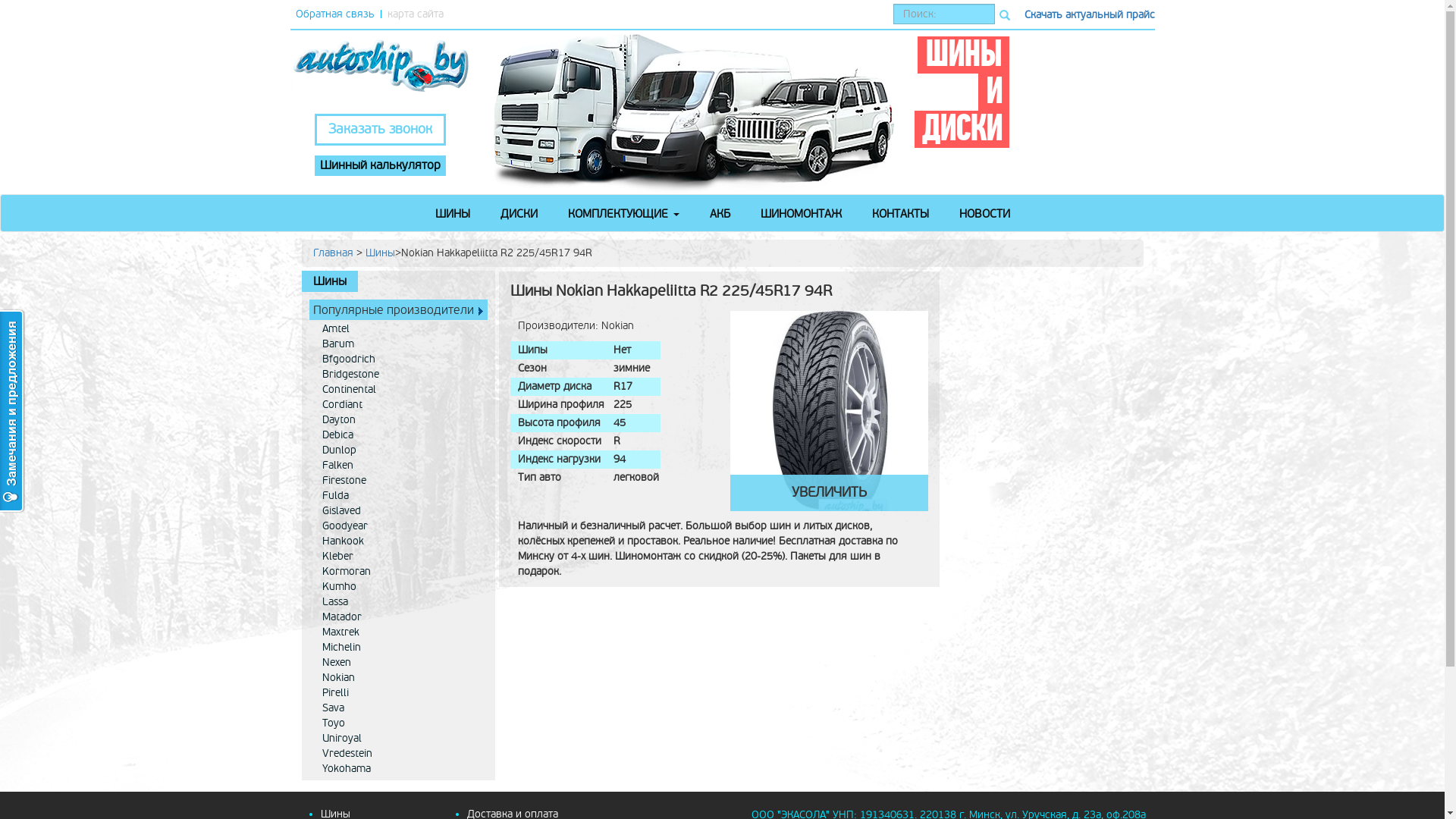 The image size is (1456, 819). I want to click on 'Bridgestone', so click(400, 374).